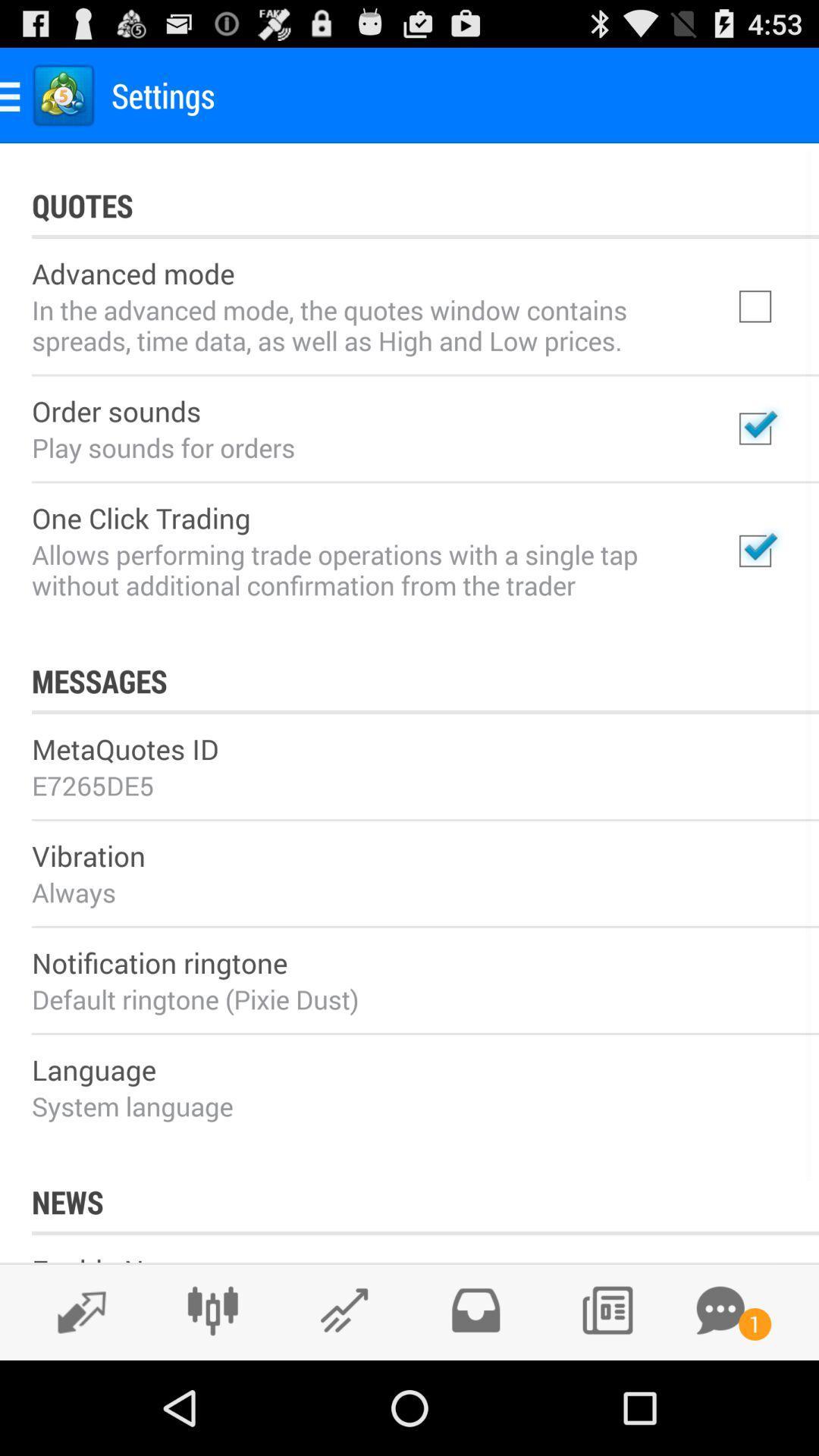 The width and height of the screenshot is (819, 1456). Describe the element at coordinates (720, 1310) in the screenshot. I see `a conversation button meaning some chat notification` at that location.